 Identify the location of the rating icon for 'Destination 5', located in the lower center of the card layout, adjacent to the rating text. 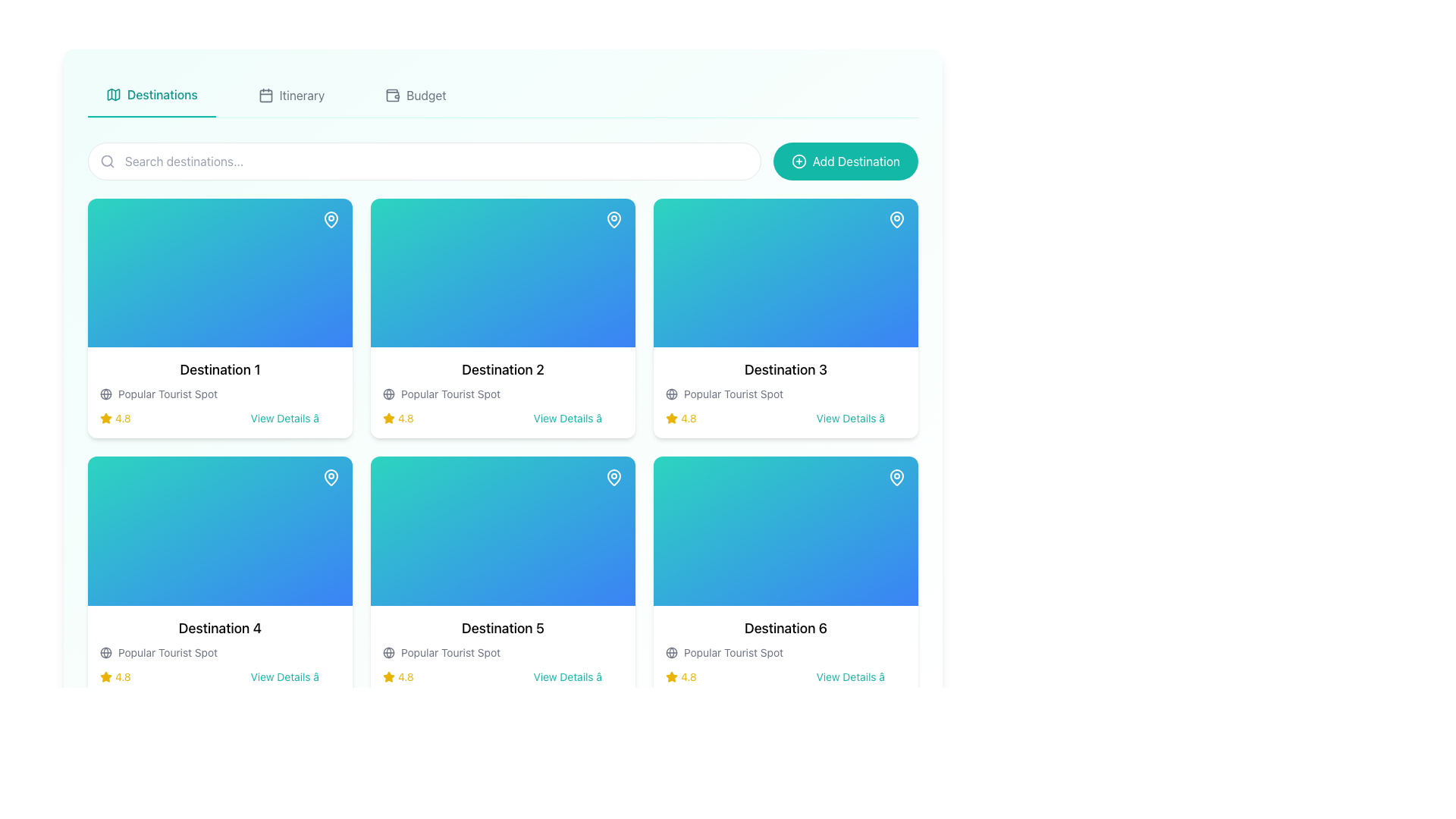
(389, 676).